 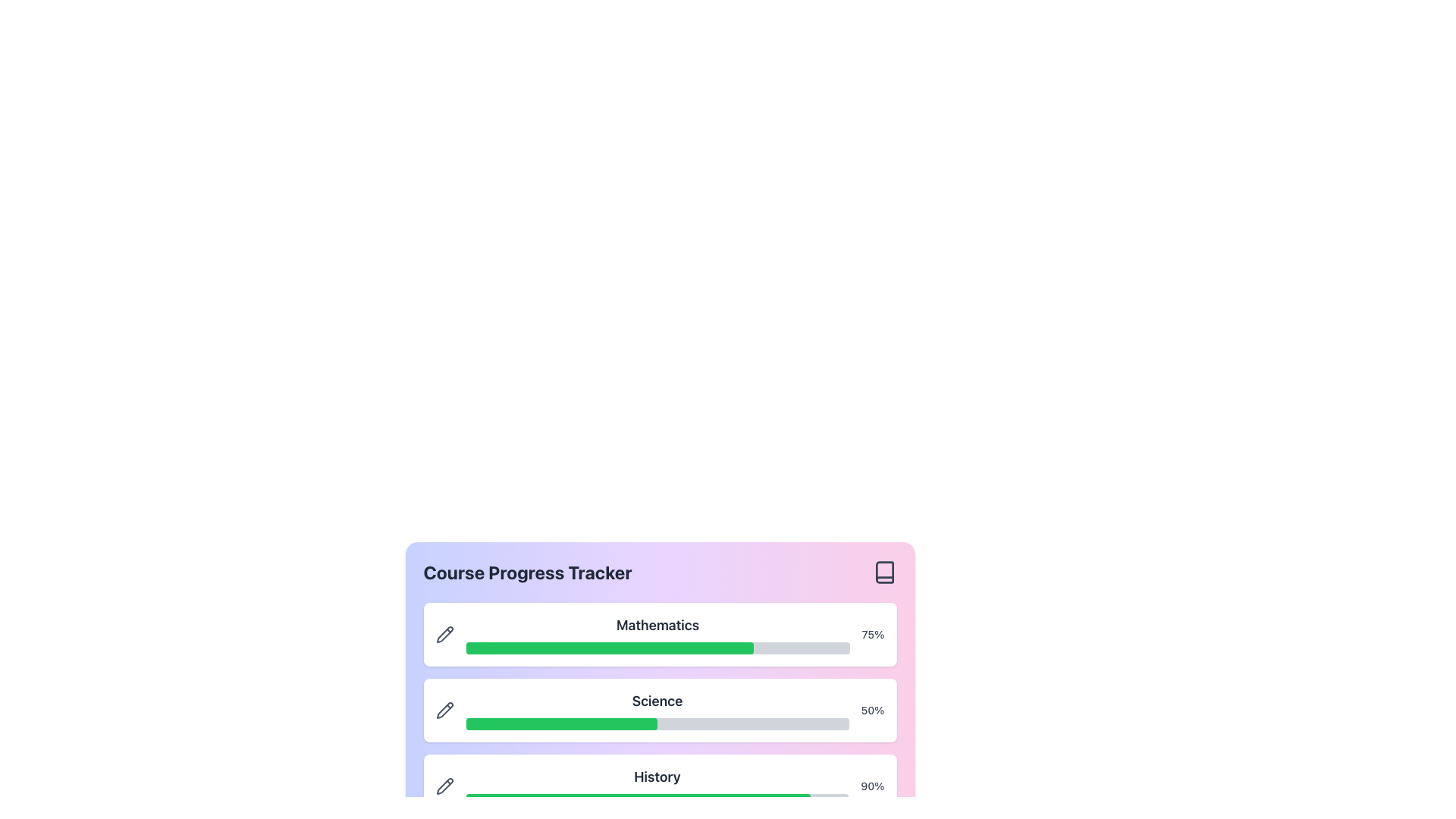 I want to click on the text label indicating the subject of the 'Science' course, which is positioned between the 'Mathematics' and 'History' course progress bars, so click(x=657, y=701).